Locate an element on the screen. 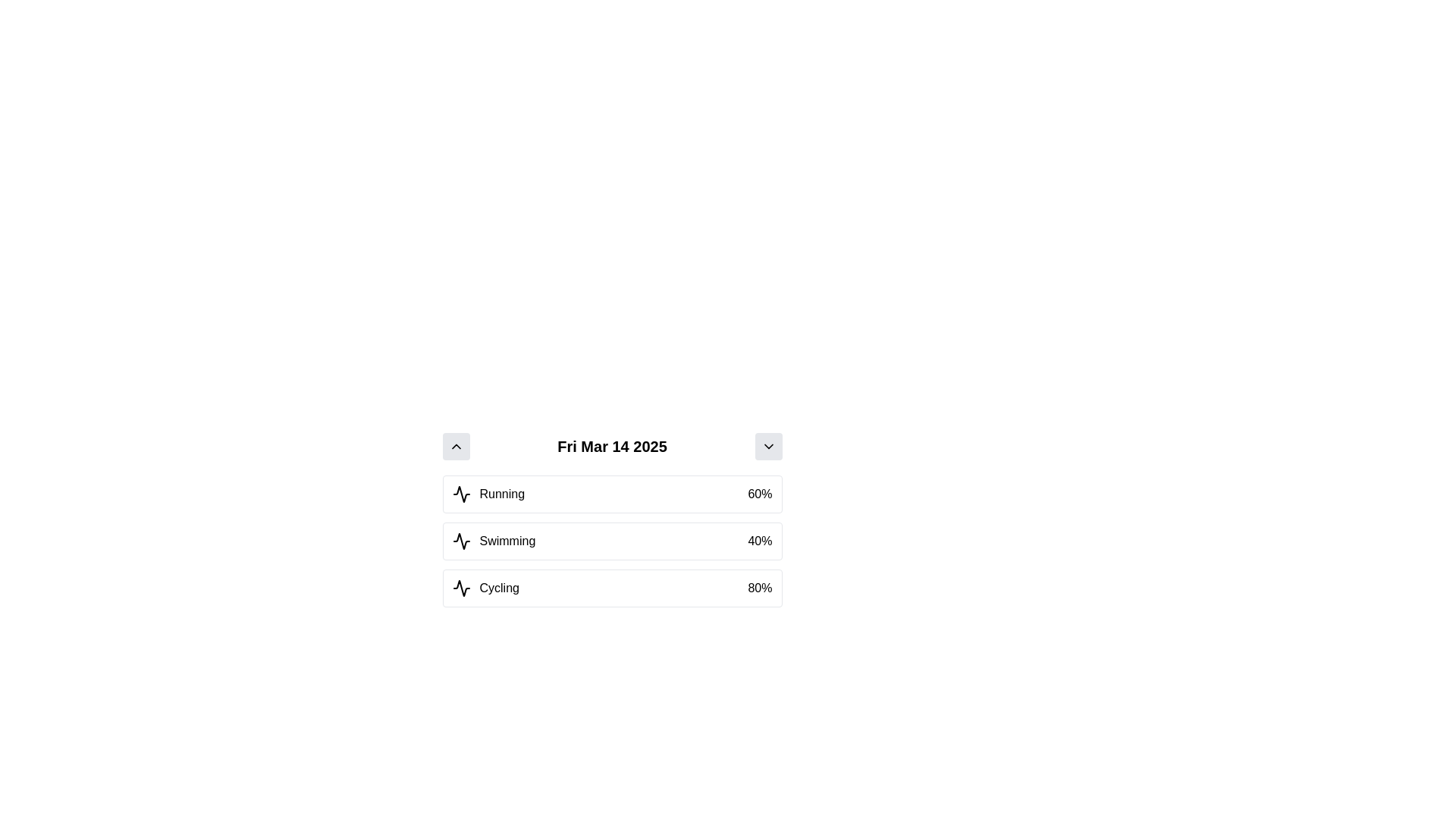 This screenshot has height=819, width=1456. the non-interactive text label displaying a percentage value related to 'Running', positioned in the rightmost part of the first row, aligned horizontally with the 'Running' text is located at coordinates (760, 494).